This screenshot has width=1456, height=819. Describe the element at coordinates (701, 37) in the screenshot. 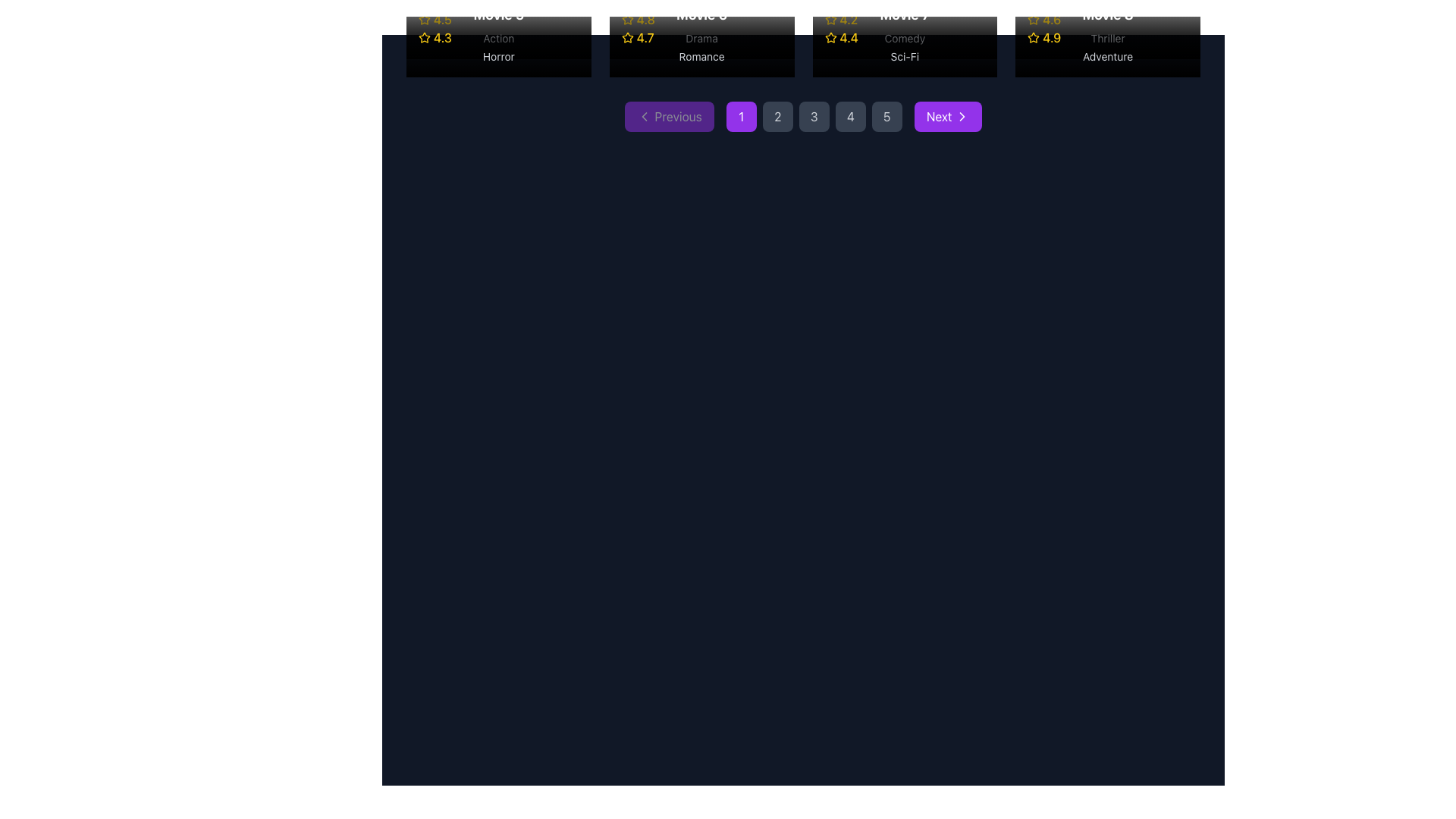

I see `the text label indicating the genre or category of the associated movie content, located at the bottom of the item display card after the star rating and movie title` at that location.